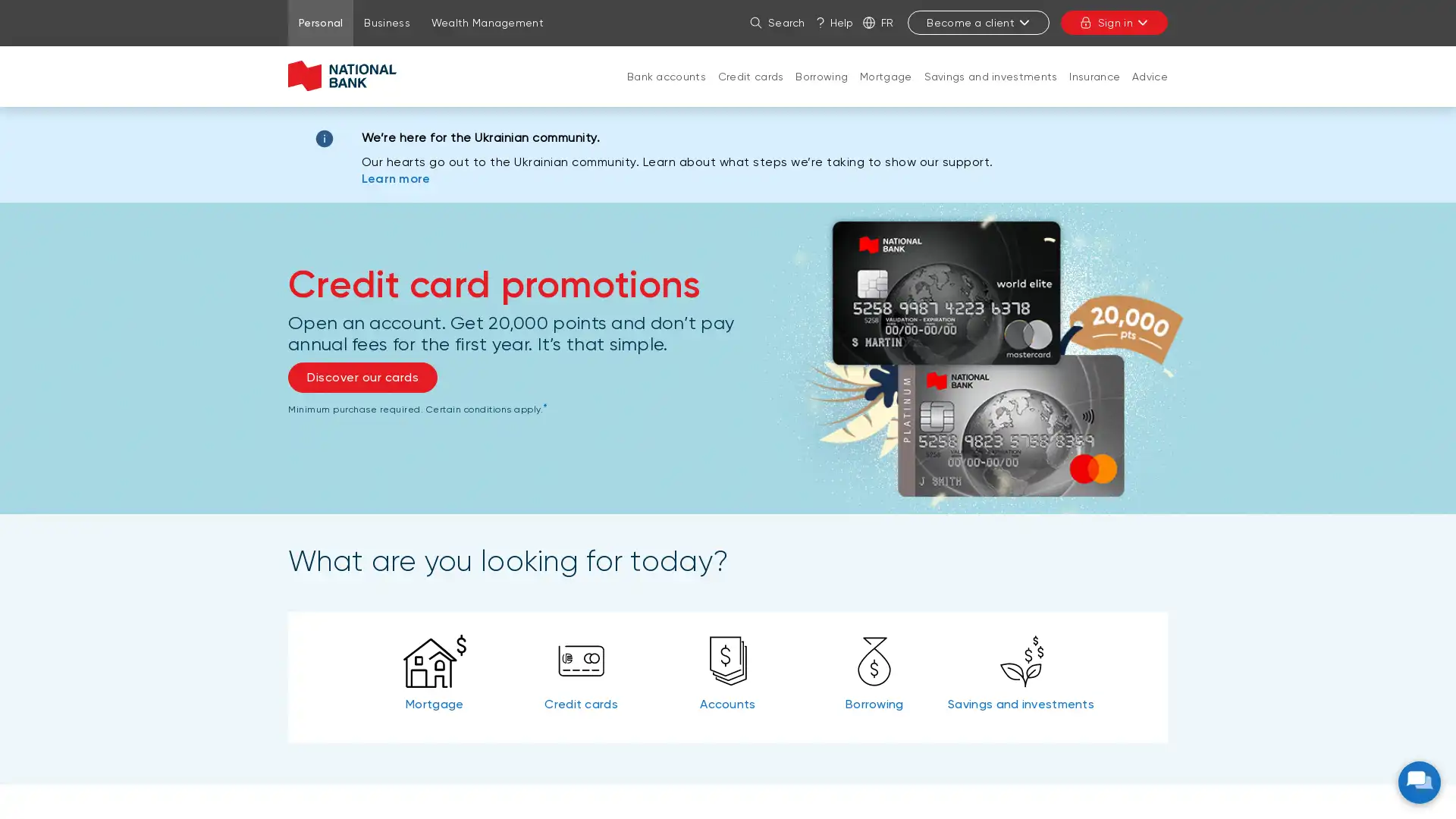  Describe the element at coordinates (6, 11) in the screenshot. I see `Go to main menu` at that location.